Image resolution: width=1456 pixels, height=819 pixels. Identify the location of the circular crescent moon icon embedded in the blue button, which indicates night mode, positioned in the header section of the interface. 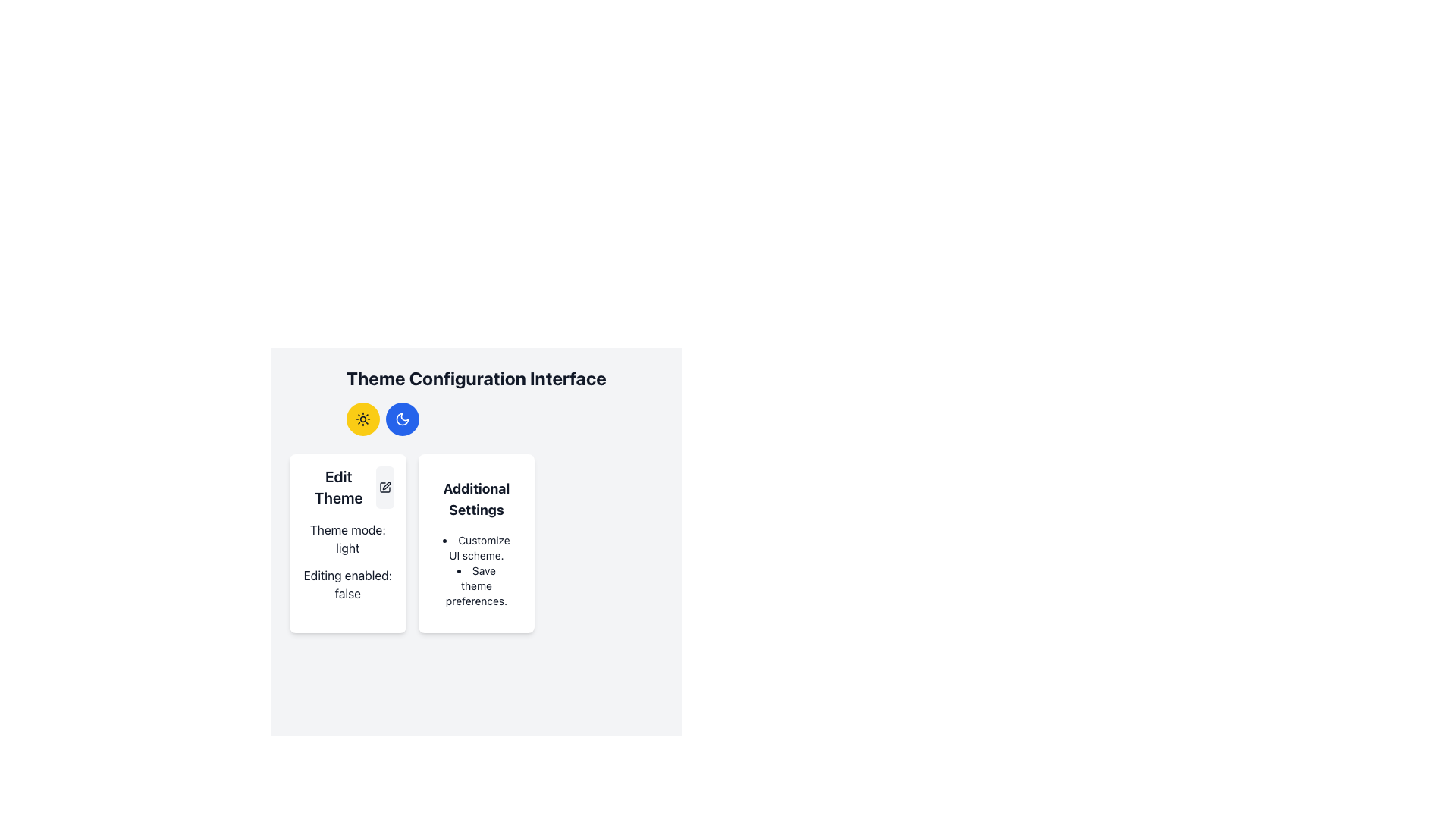
(403, 419).